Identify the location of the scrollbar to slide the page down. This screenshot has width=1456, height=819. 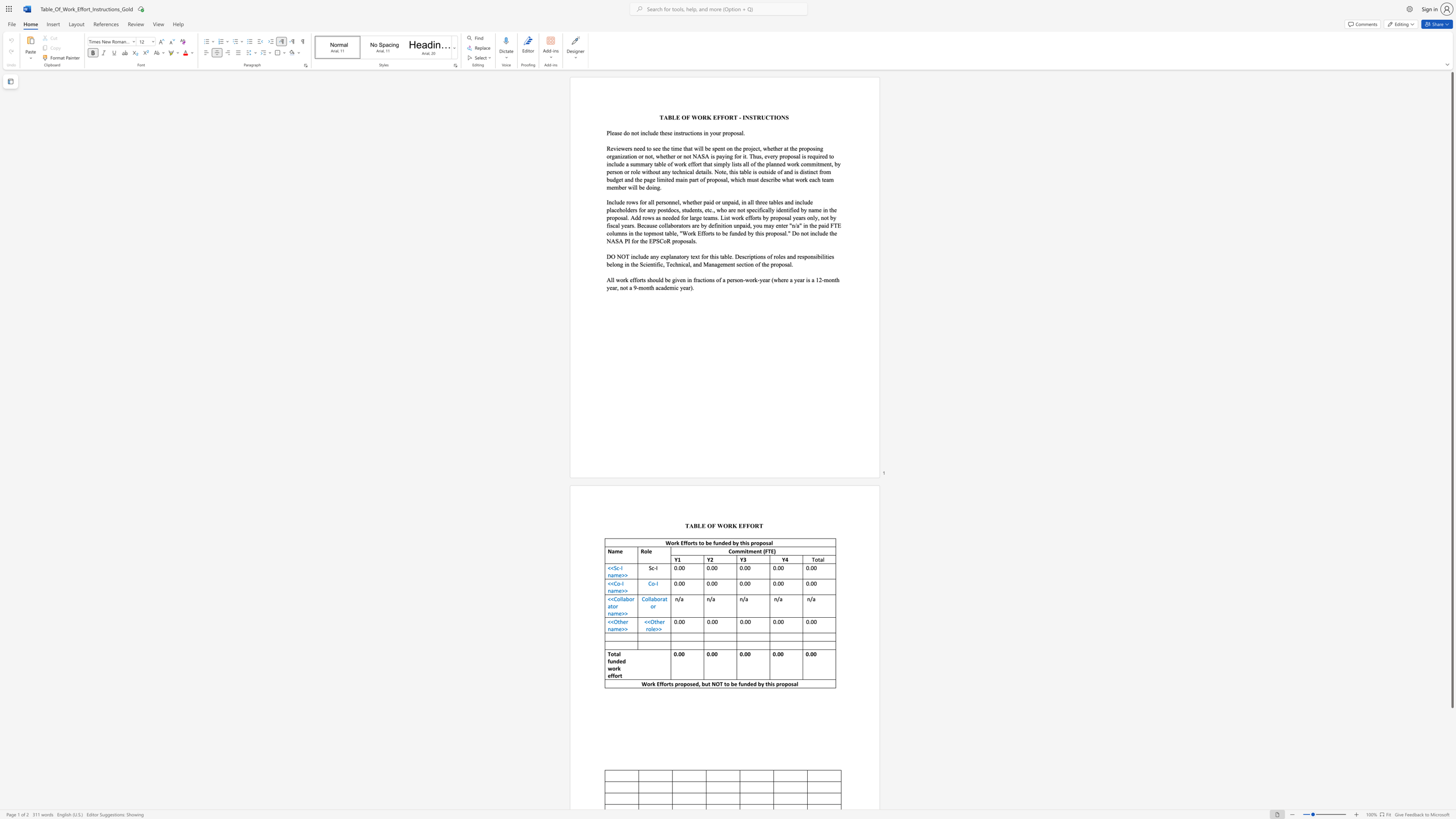
(1451, 795).